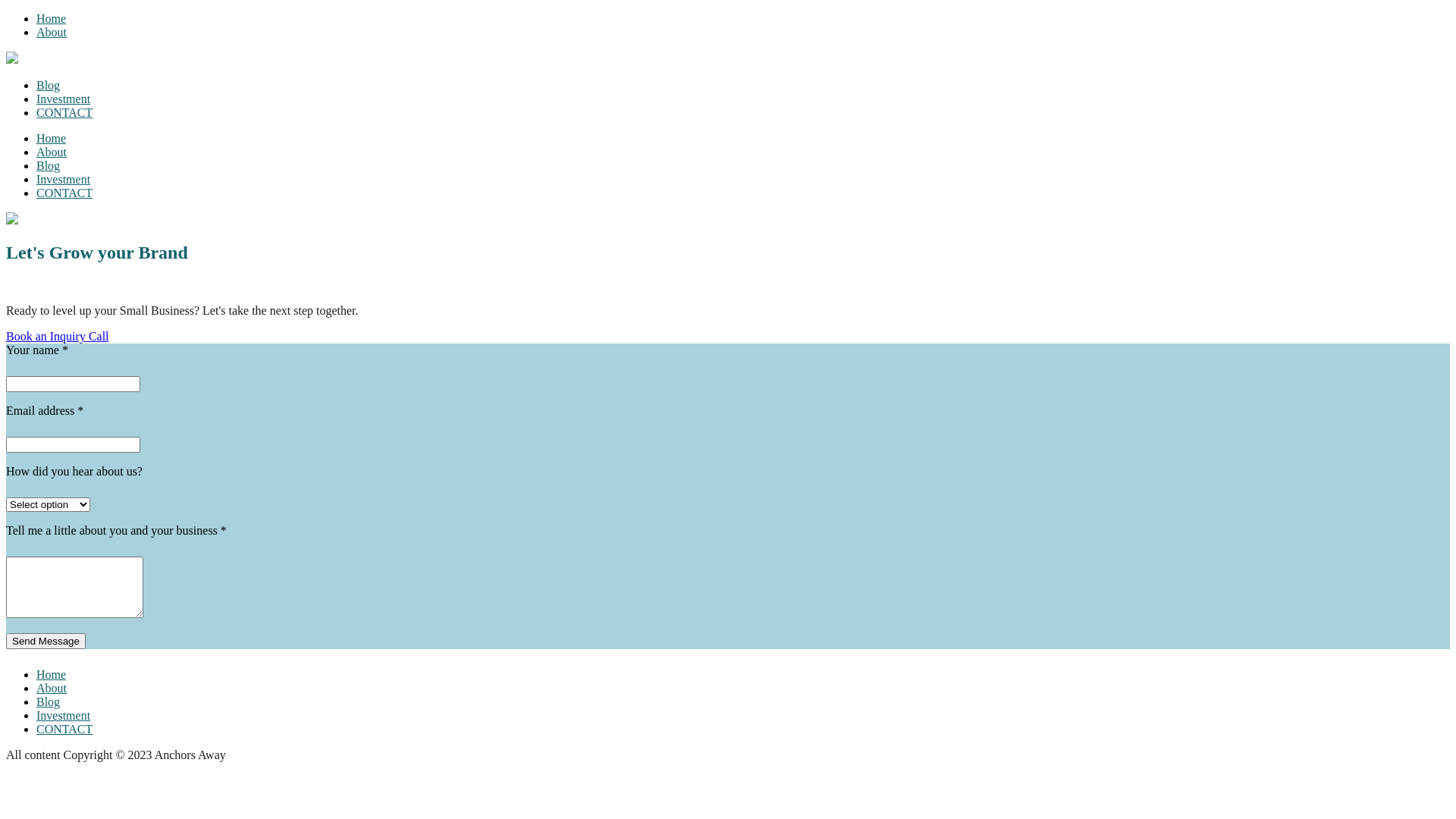 Image resolution: width=1456 pixels, height=819 pixels. I want to click on 'About', so click(51, 688).